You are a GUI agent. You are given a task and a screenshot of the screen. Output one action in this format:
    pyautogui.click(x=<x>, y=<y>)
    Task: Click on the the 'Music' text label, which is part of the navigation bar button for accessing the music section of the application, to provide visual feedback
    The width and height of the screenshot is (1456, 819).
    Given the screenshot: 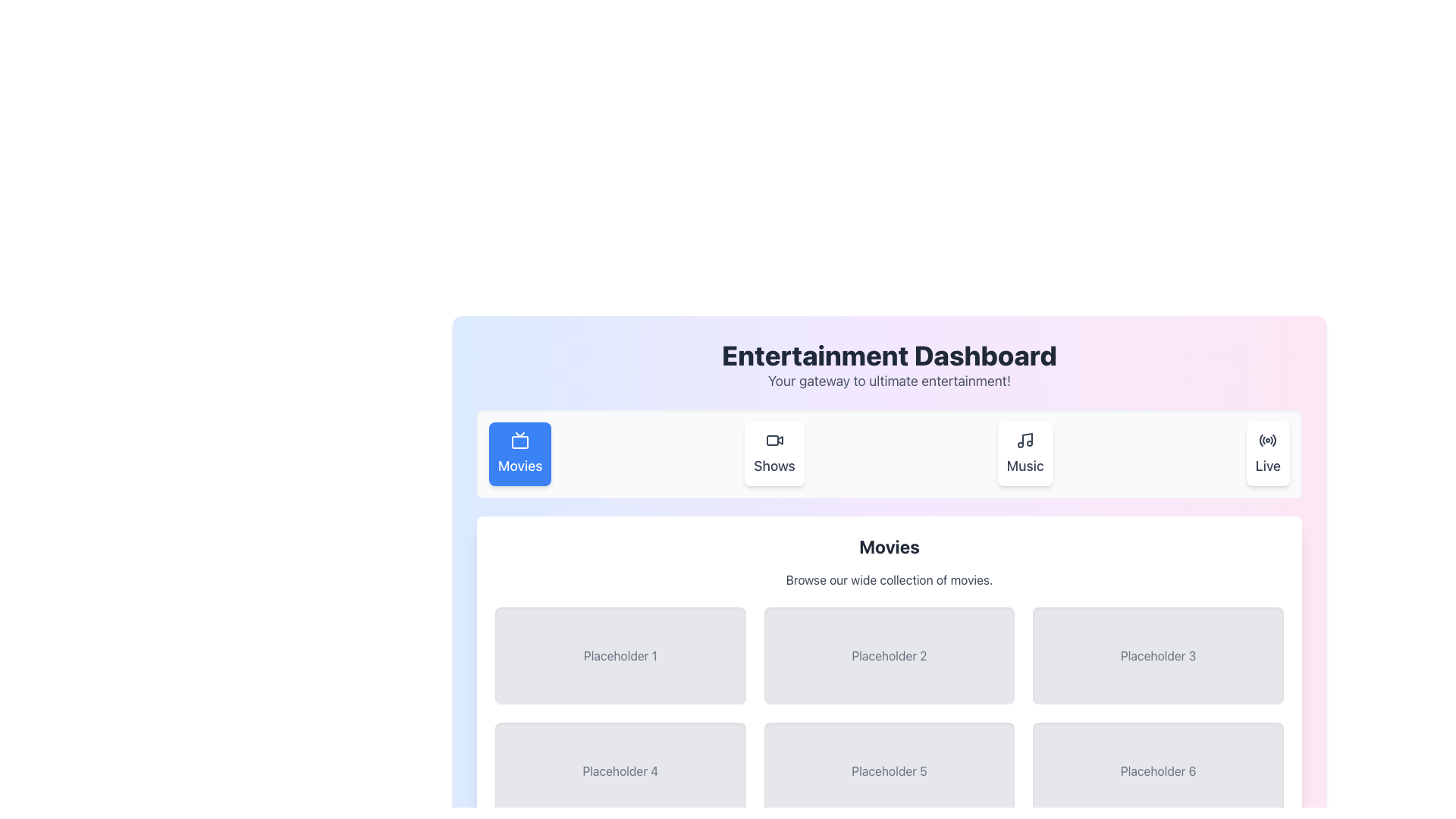 What is the action you would take?
    pyautogui.click(x=1025, y=465)
    